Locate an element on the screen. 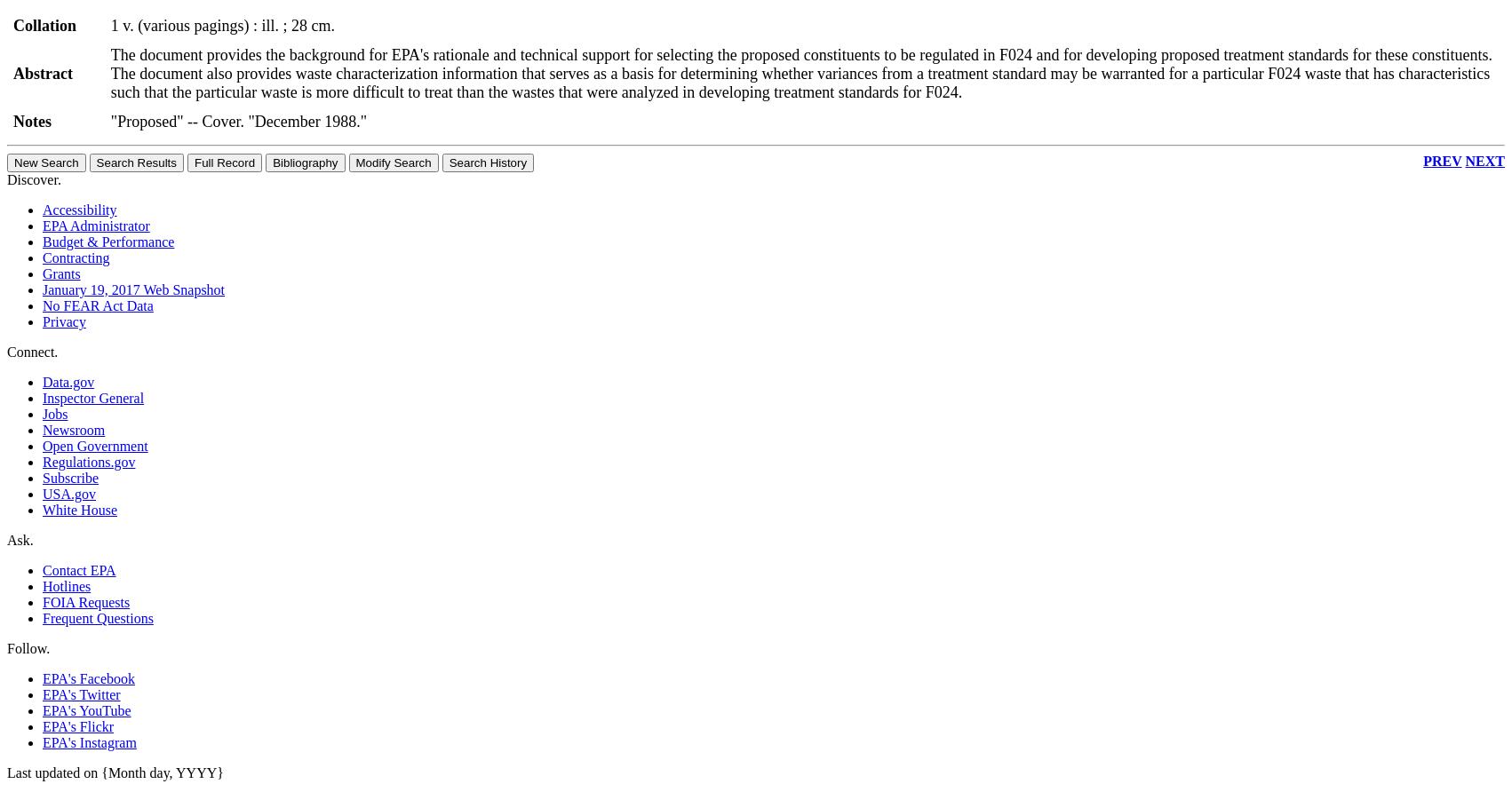 The width and height of the screenshot is (1512, 792). 'Accessibility' is located at coordinates (79, 209).